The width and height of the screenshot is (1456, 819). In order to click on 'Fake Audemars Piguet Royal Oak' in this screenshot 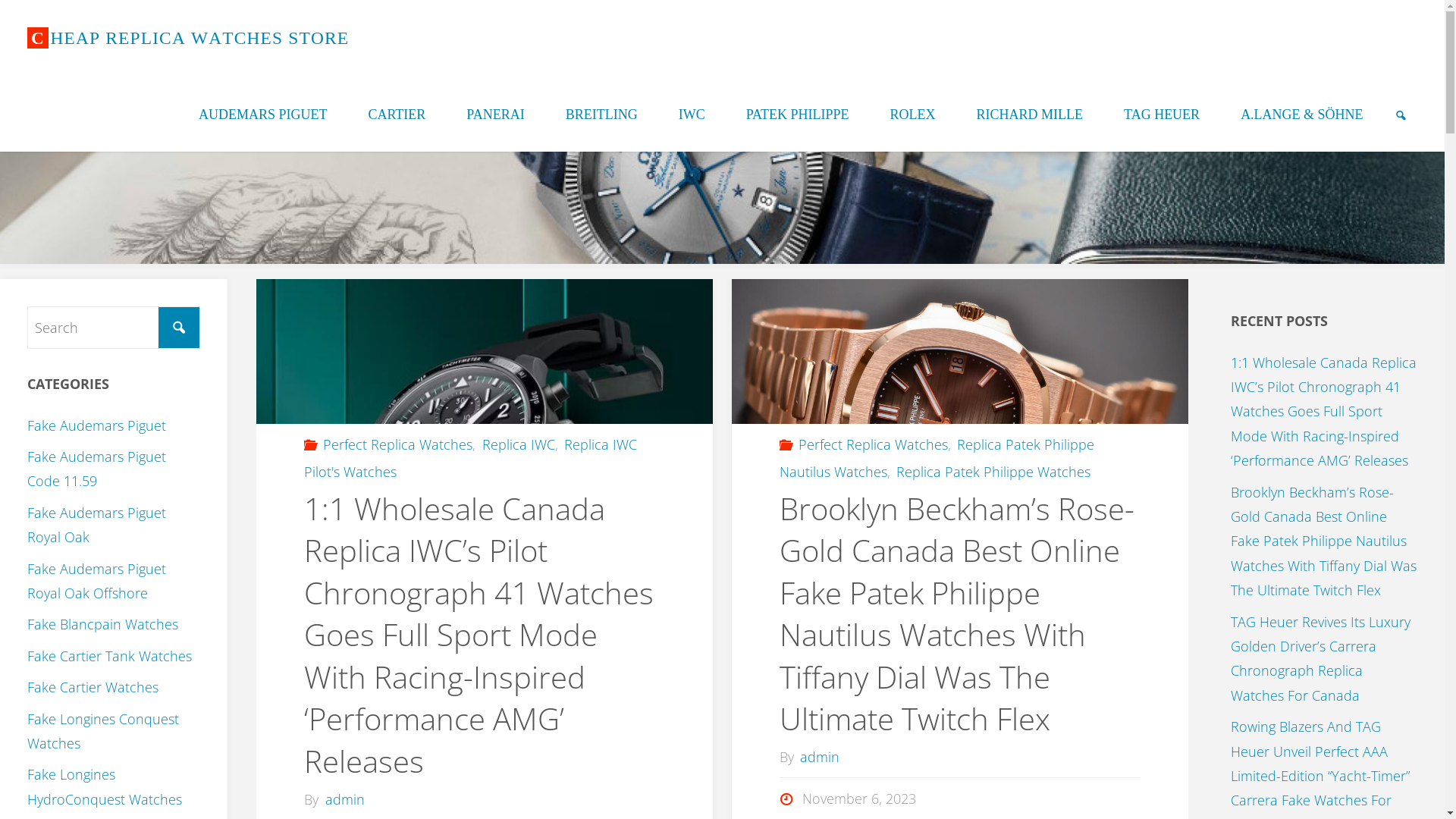, I will do `click(96, 523)`.